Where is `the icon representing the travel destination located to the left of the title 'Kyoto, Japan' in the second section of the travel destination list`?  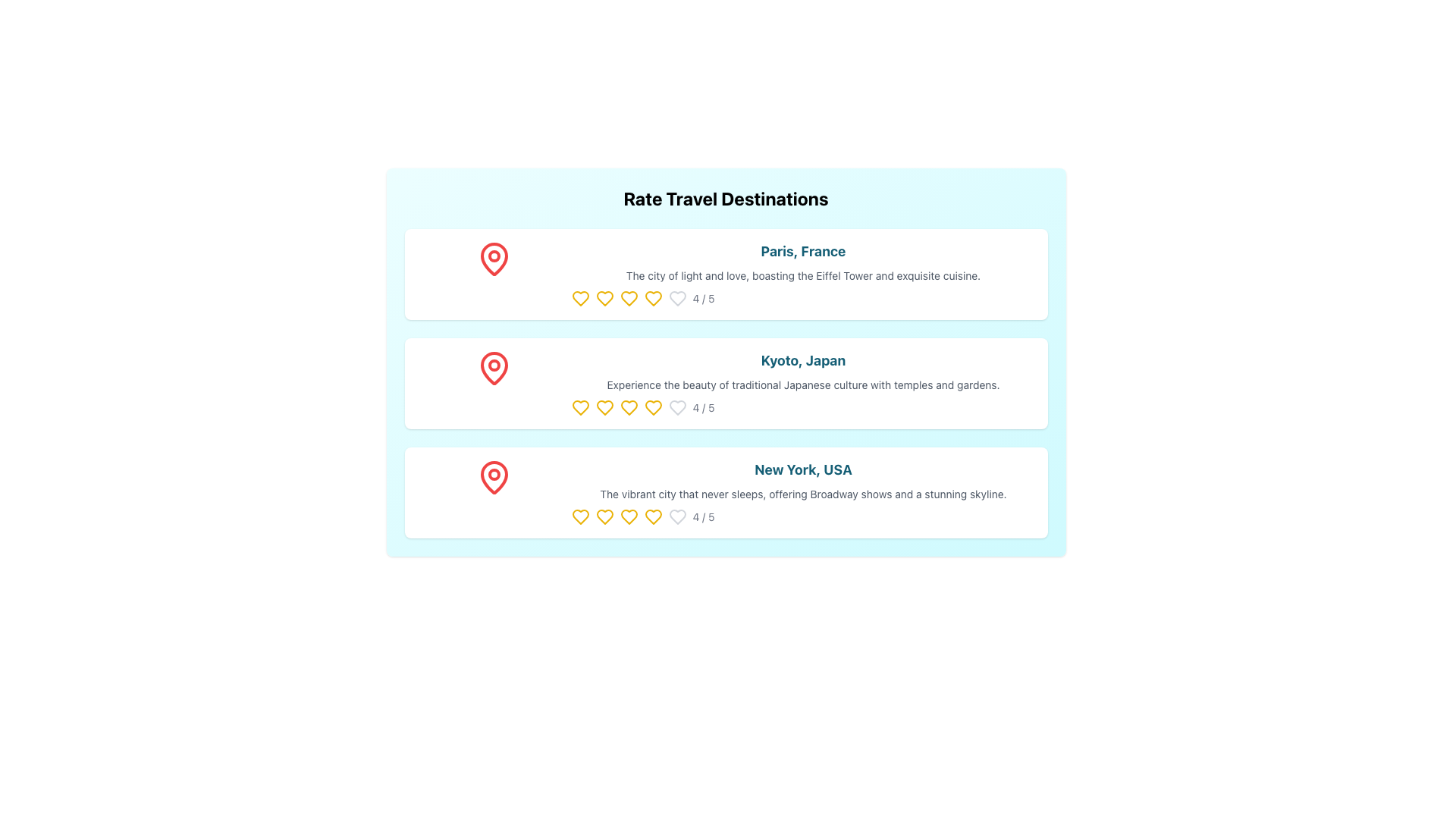
the icon representing the travel destination located to the left of the title 'Kyoto, Japan' in the second section of the travel destination list is located at coordinates (494, 369).